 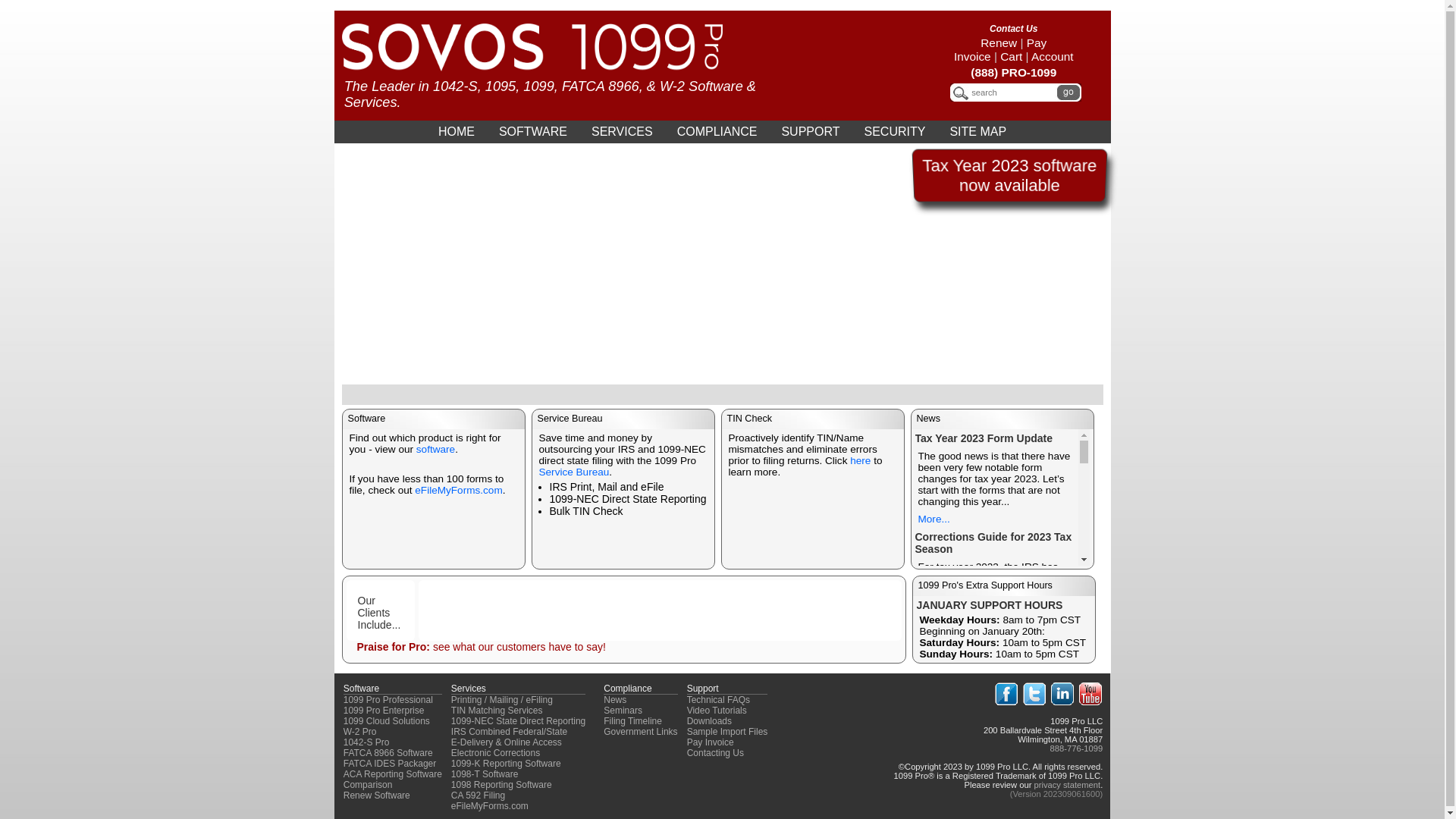 What do you see at coordinates (686, 688) in the screenshot?
I see `'Support'` at bounding box center [686, 688].